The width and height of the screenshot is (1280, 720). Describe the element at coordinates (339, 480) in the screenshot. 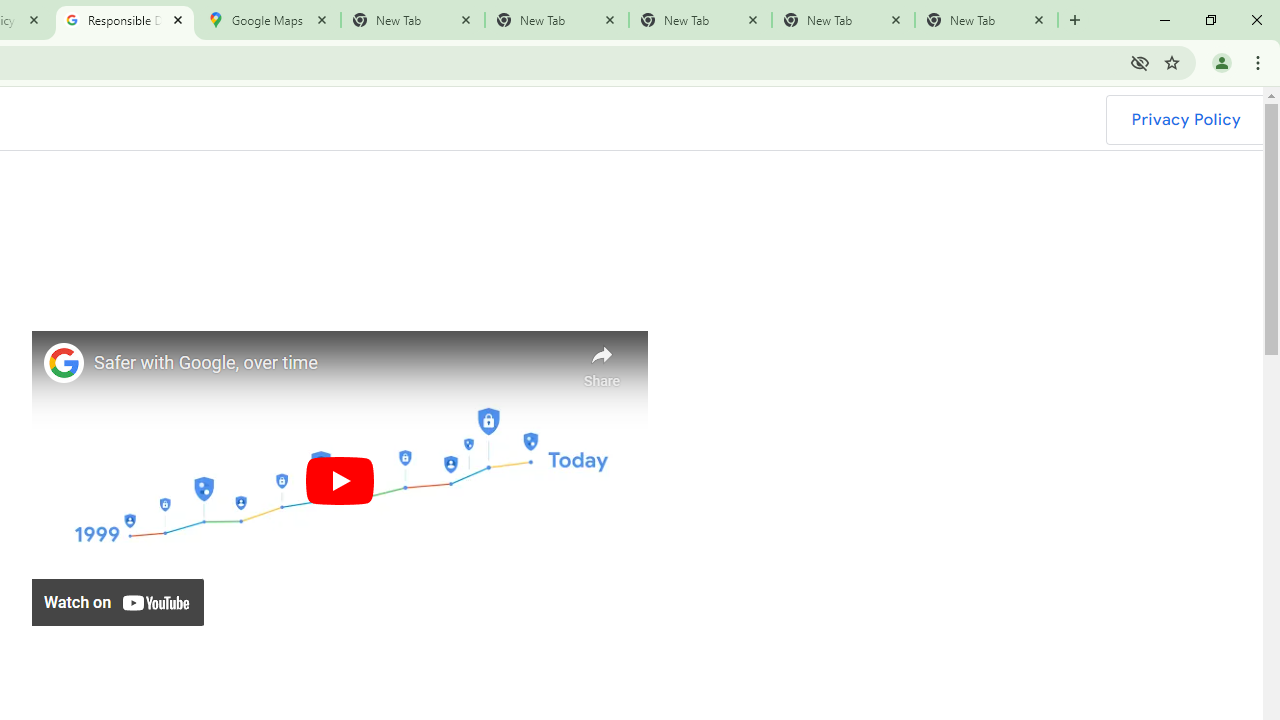

I see `'Play'` at that location.